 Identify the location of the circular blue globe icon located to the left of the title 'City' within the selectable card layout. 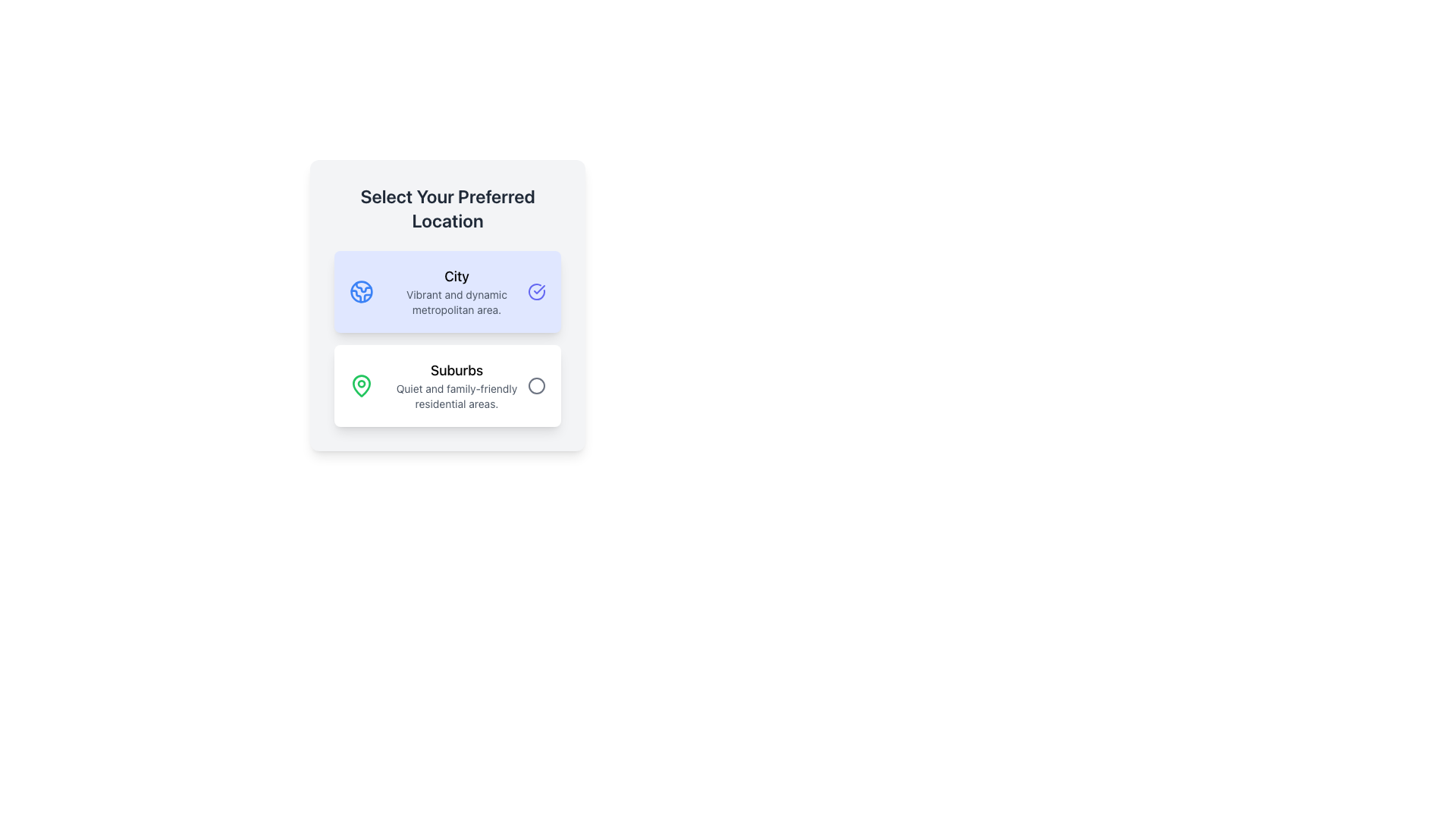
(360, 292).